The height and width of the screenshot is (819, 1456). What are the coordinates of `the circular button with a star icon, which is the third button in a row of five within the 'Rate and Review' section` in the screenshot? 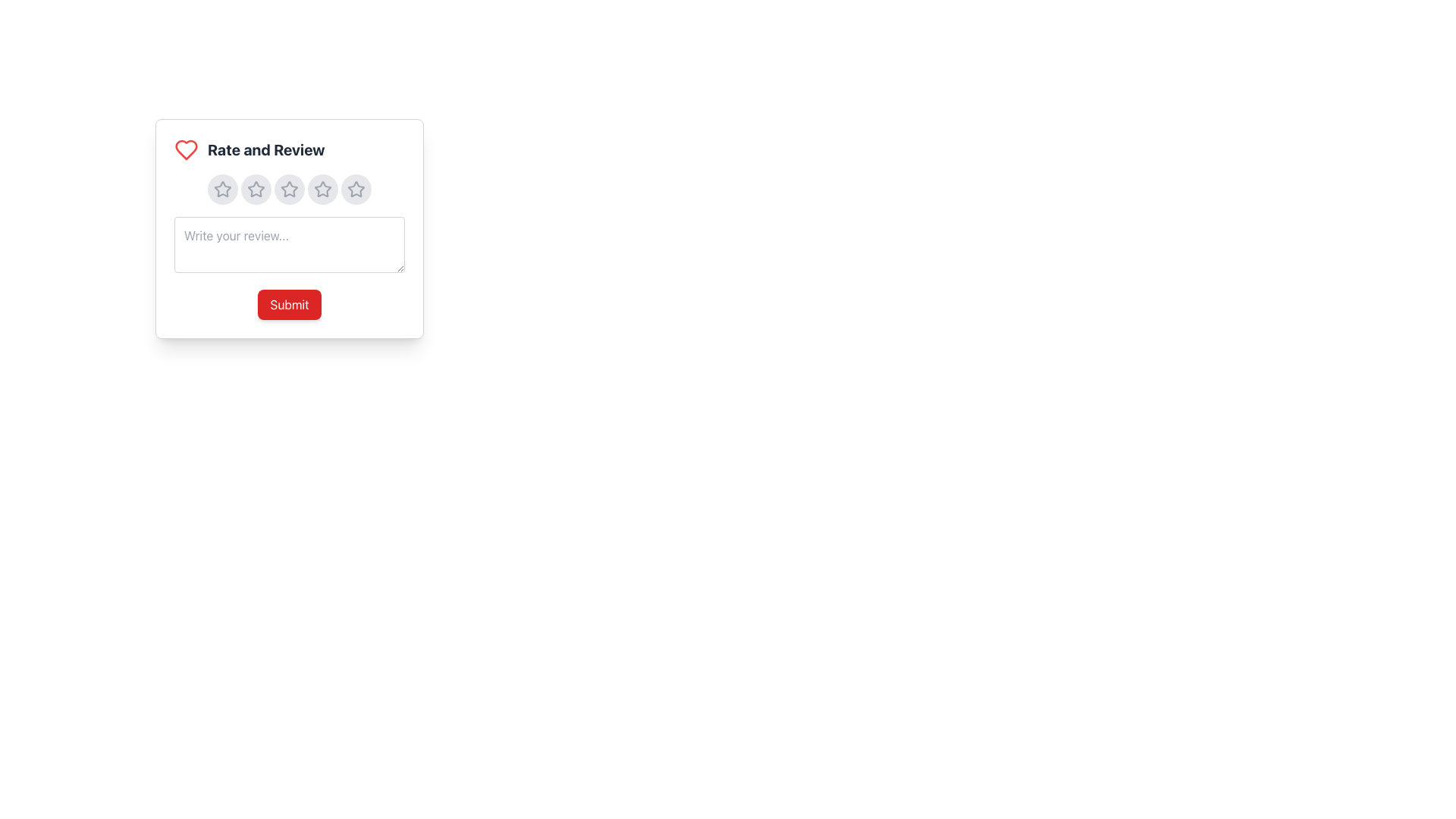 It's located at (290, 189).